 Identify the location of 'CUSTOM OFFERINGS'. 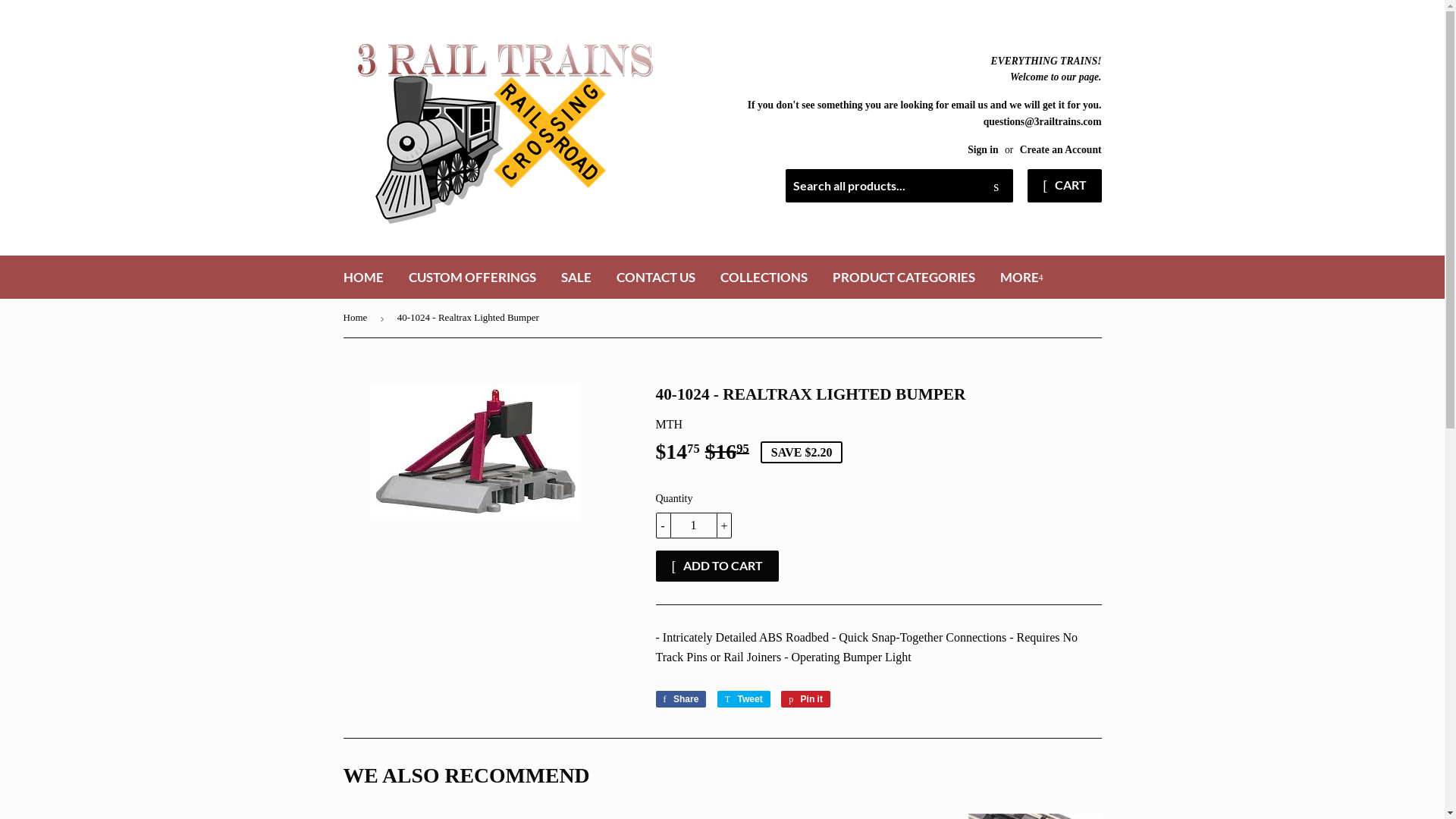
(472, 277).